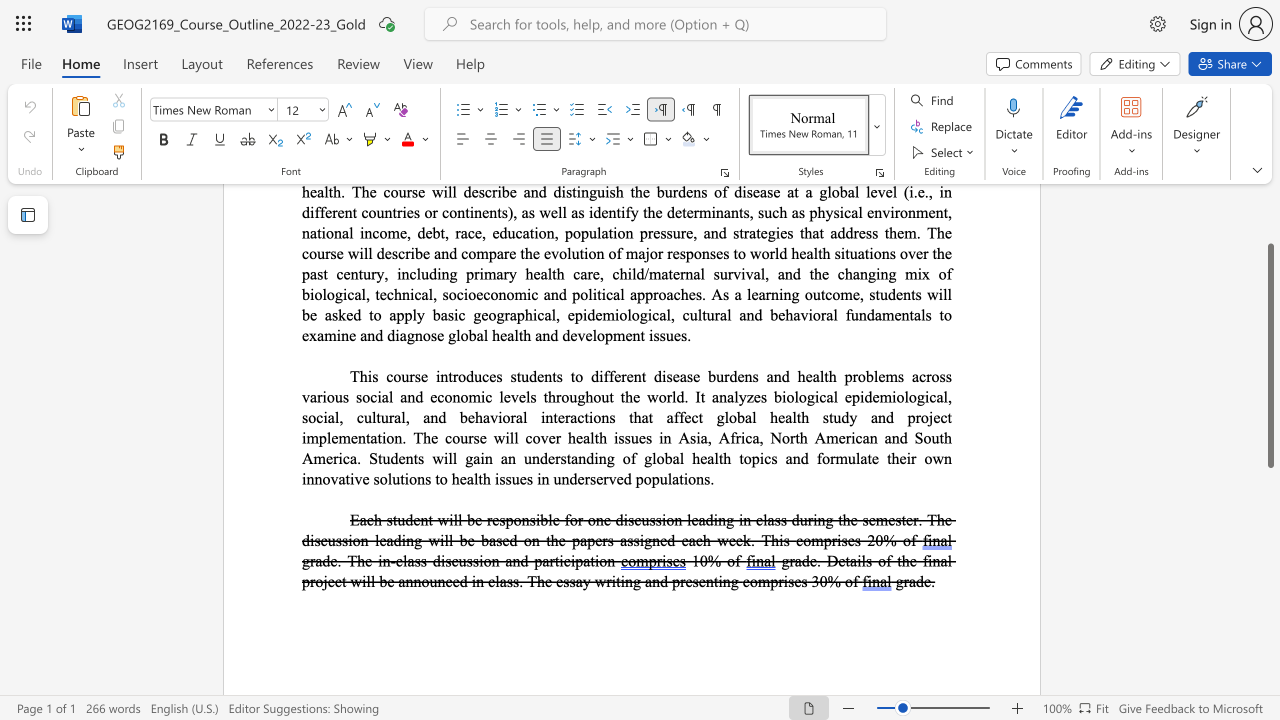  What do you see at coordinates (1269, 354) in the screenshot?
I see `the scrollbar and move down 270 pixels` at bounding box center [1269, 354].